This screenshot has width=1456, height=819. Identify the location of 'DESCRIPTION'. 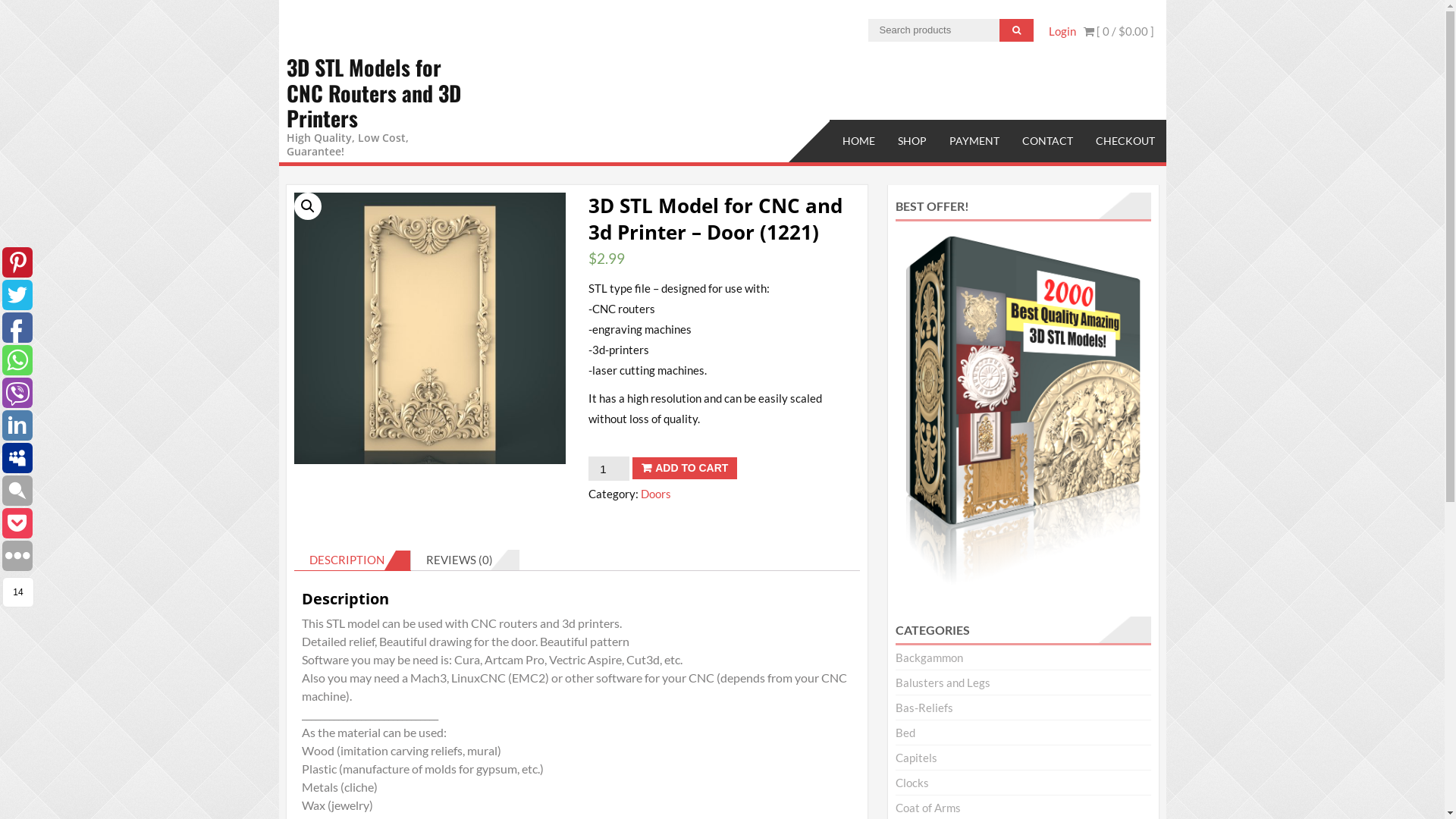
(346, 559).